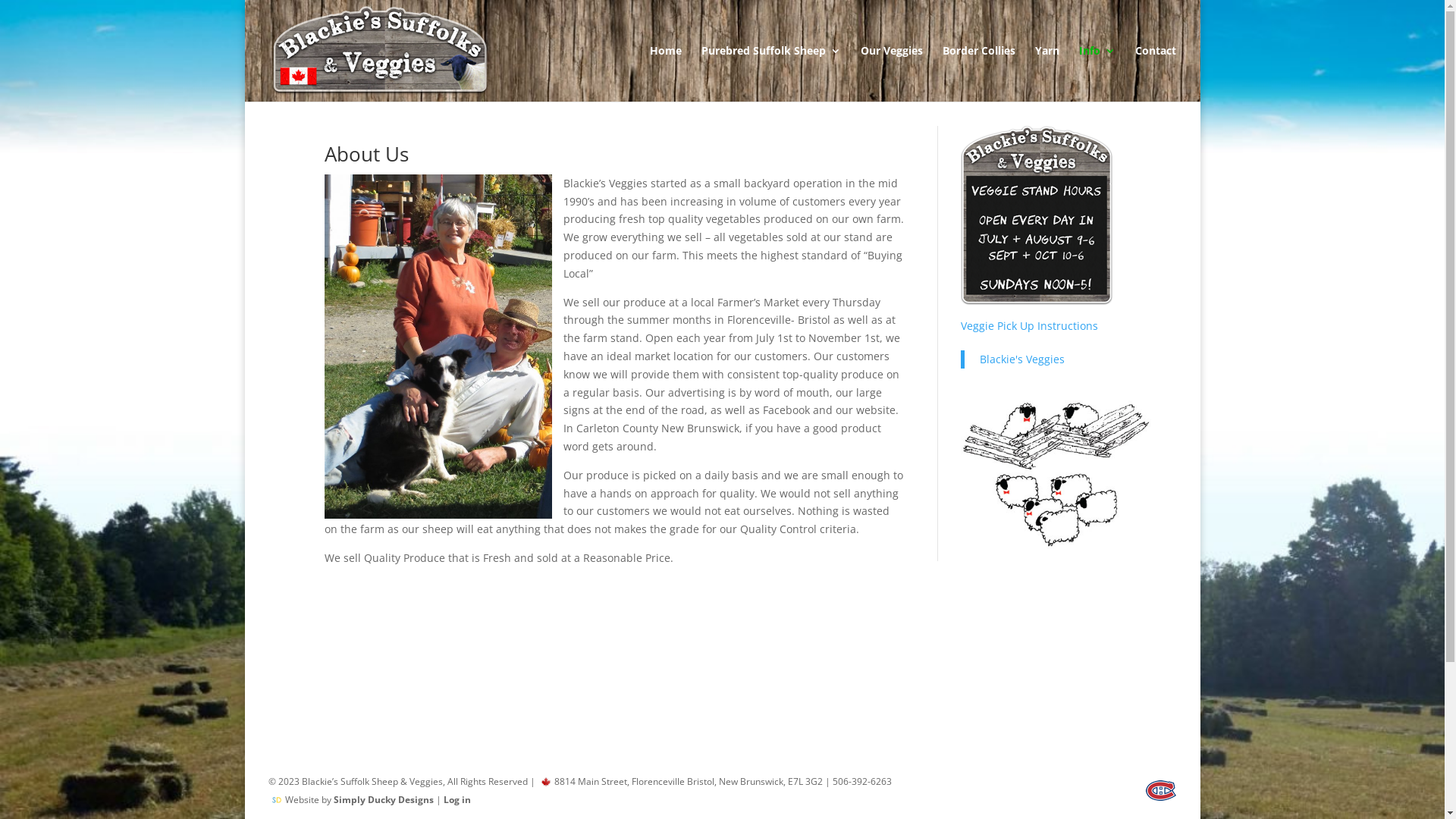  What do you see at coordinates (979, 73) in the screenshot?
I see `'Border Collies'` at bounding box center [979, 73].